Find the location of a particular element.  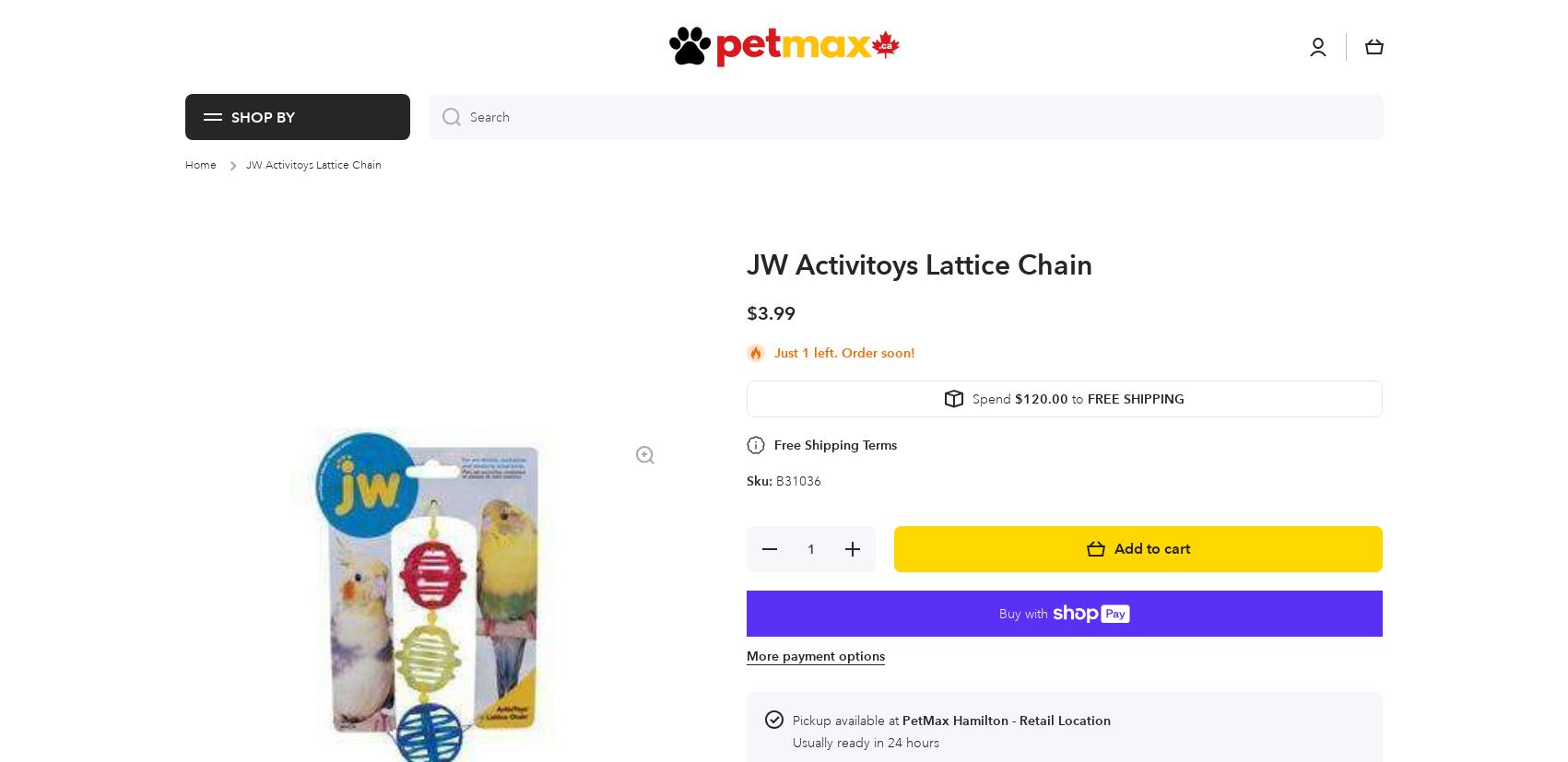

'Pumps' is located at coordinates (446, 64).